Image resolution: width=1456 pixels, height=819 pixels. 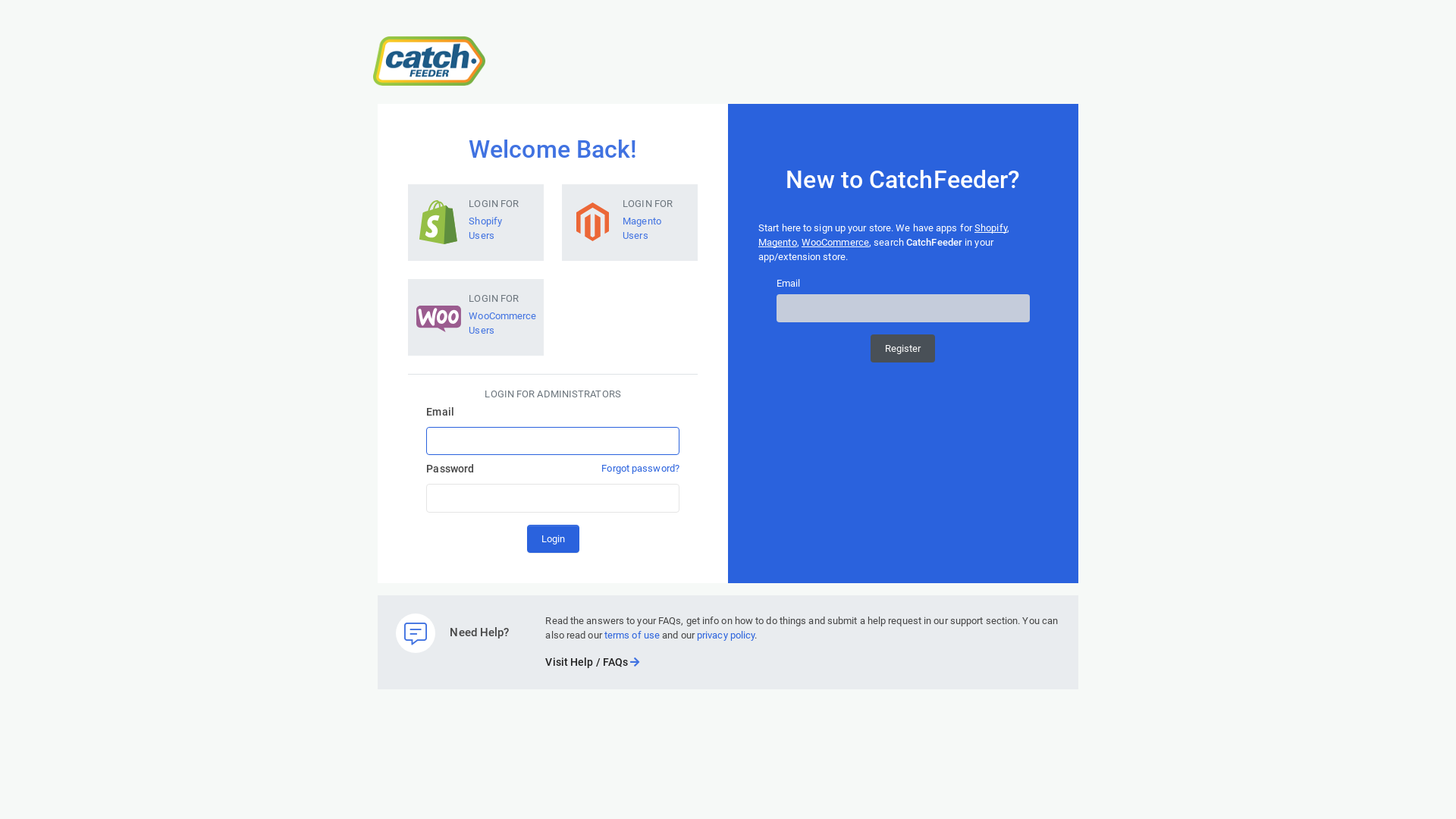 What do you see at coordinates (902, 348) in the screenshot?
I see `'Register'` at bounding box center [902, 348].